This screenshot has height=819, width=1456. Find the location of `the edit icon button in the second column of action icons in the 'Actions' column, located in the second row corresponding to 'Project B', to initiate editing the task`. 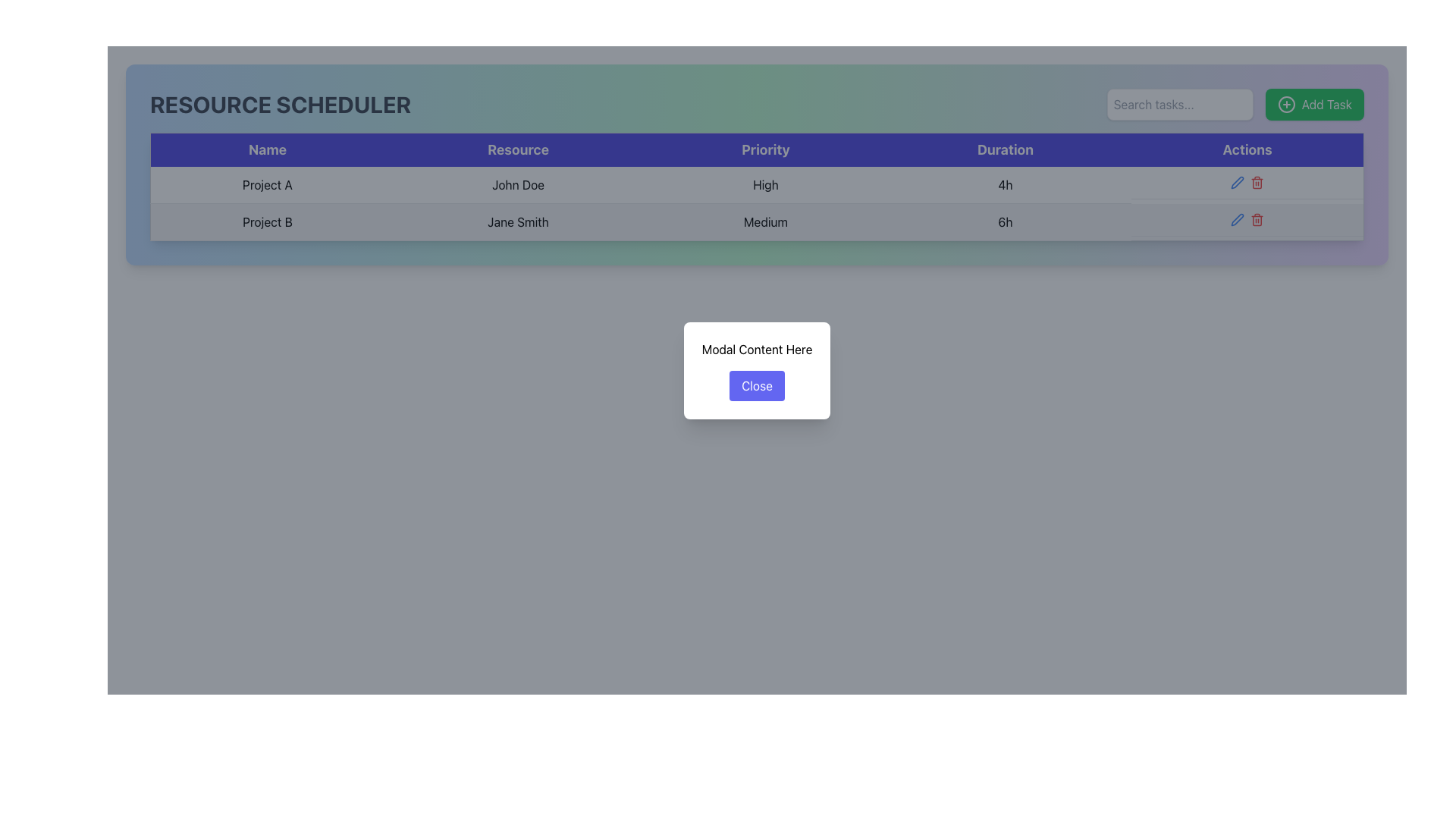

the edit icon button in the second column of action icons in the 'Actions' column, located in the second row corresponding to 'Project B', to initiate editing the task is located at coordinates (1238, 219).